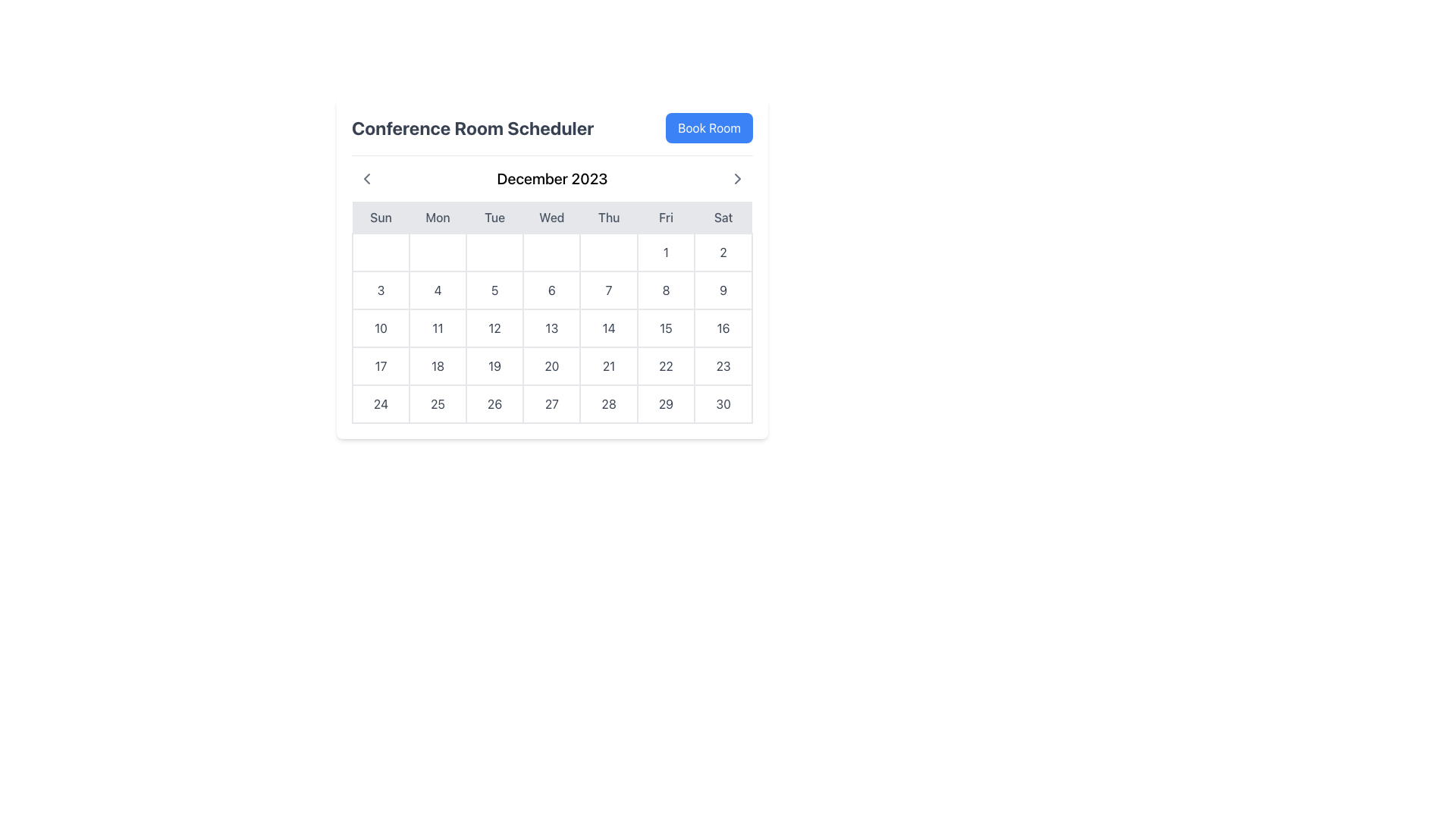 The width and height of the screenshot is (1456, 819). Describe the element at coordinates (381, 327) in the screenshot. I see `the clickable date cell displaying the number '10'` at that location.